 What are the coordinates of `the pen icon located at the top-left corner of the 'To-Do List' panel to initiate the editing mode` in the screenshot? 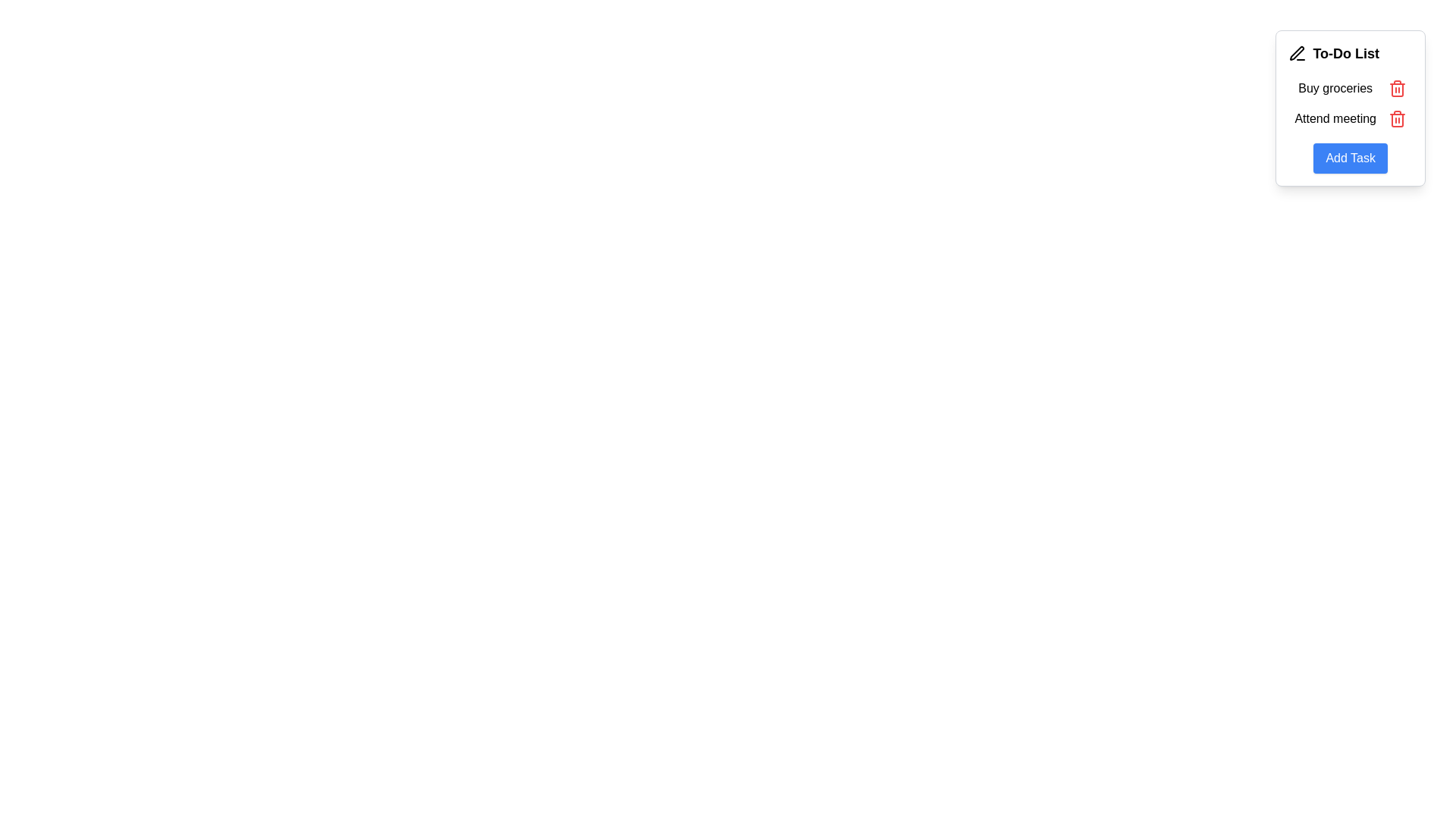 It's located at (1295, 52).